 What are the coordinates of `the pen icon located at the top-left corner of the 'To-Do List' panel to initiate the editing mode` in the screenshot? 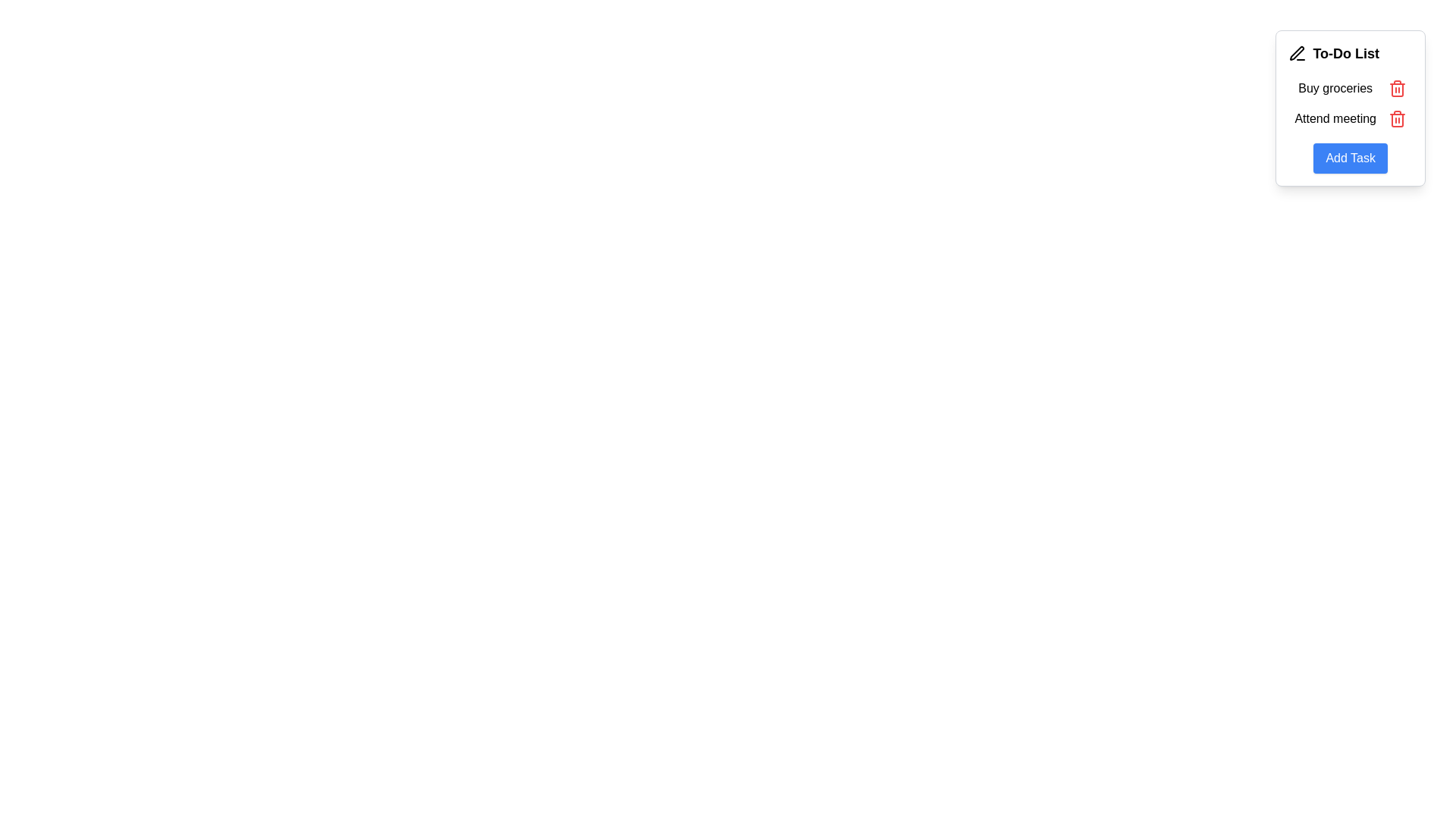 It's located at (1295, 52).